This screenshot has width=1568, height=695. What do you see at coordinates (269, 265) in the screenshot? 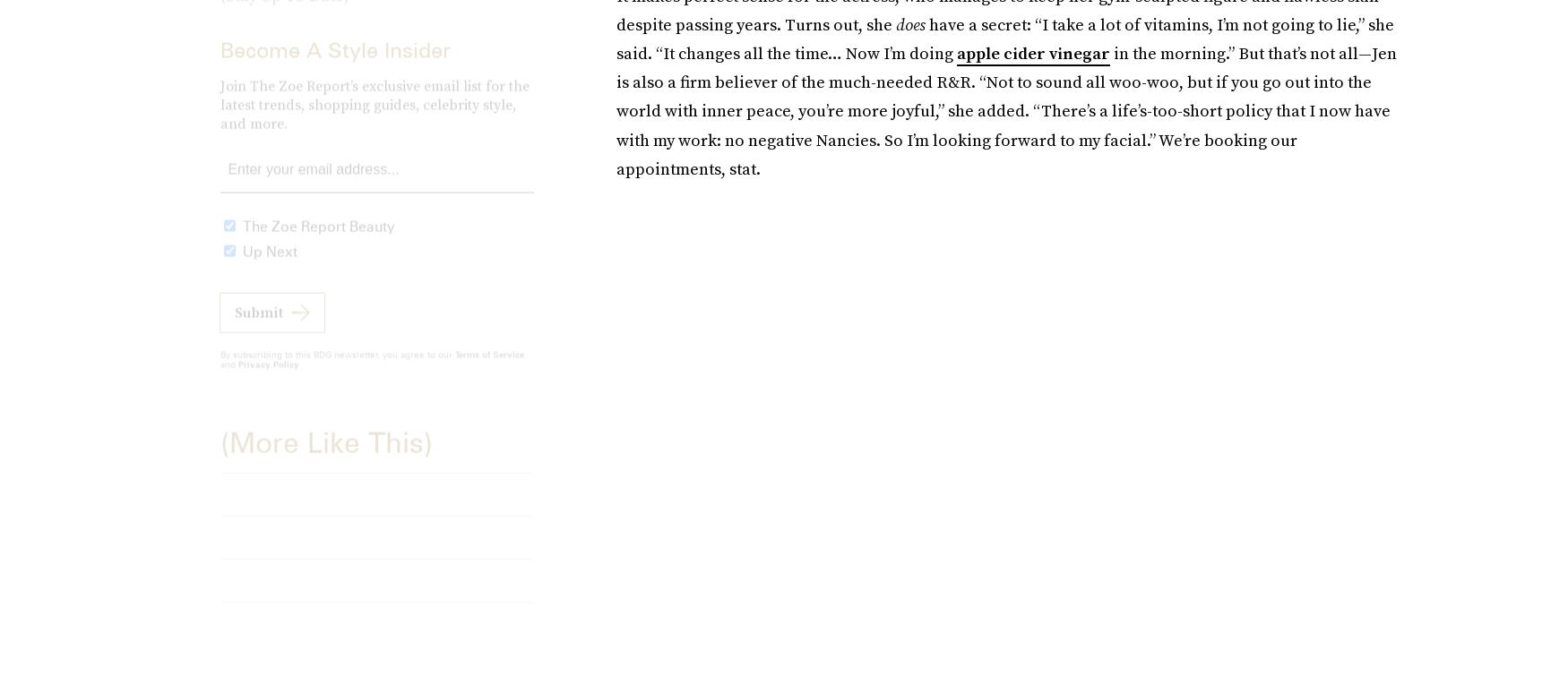
I see `'Up Next'` at bounding box center [269, 265].